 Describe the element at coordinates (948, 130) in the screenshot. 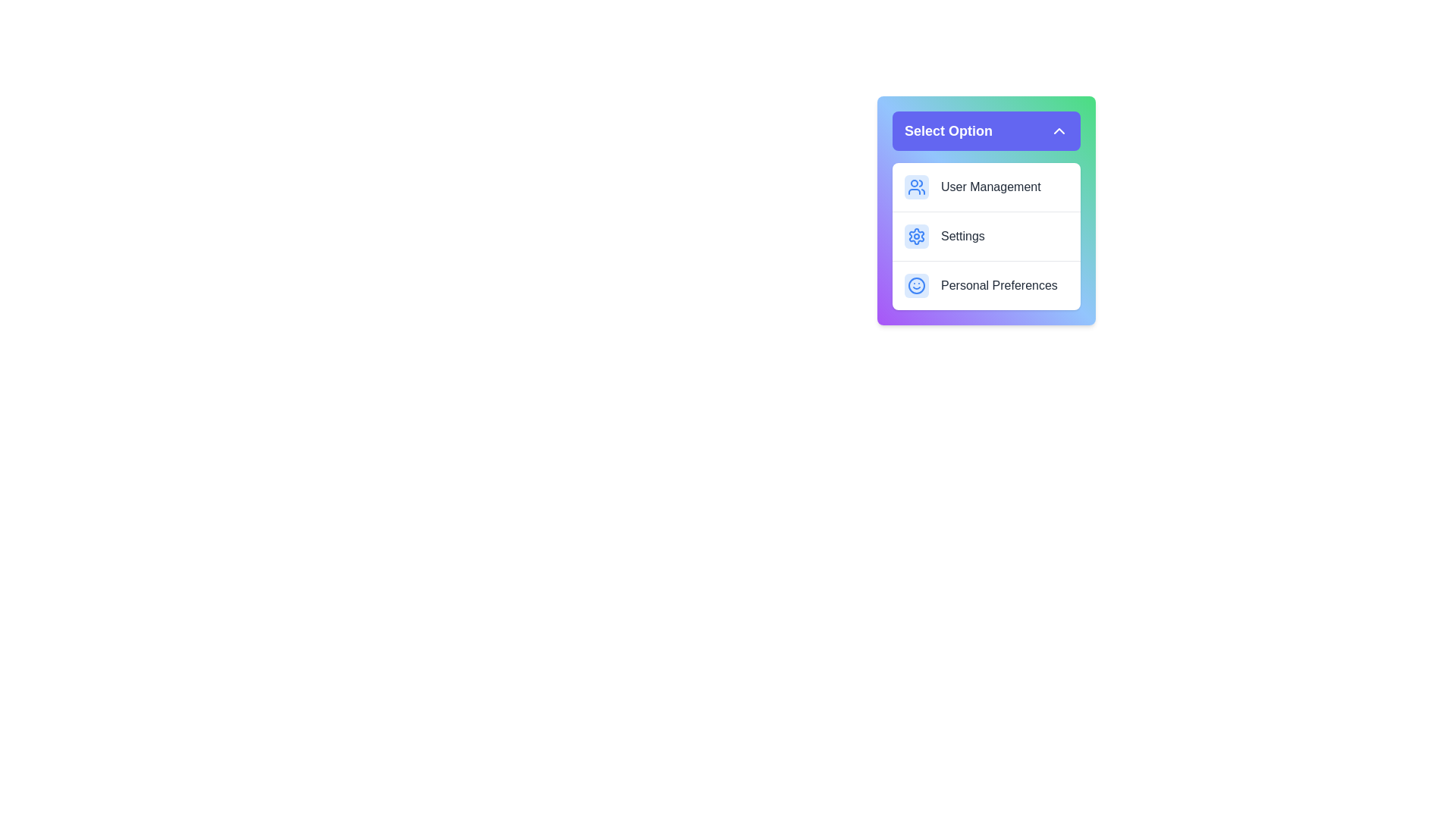

I see `the 'Select Option' text label element, which is part of the dropdown menu header with a blue background` at that location.